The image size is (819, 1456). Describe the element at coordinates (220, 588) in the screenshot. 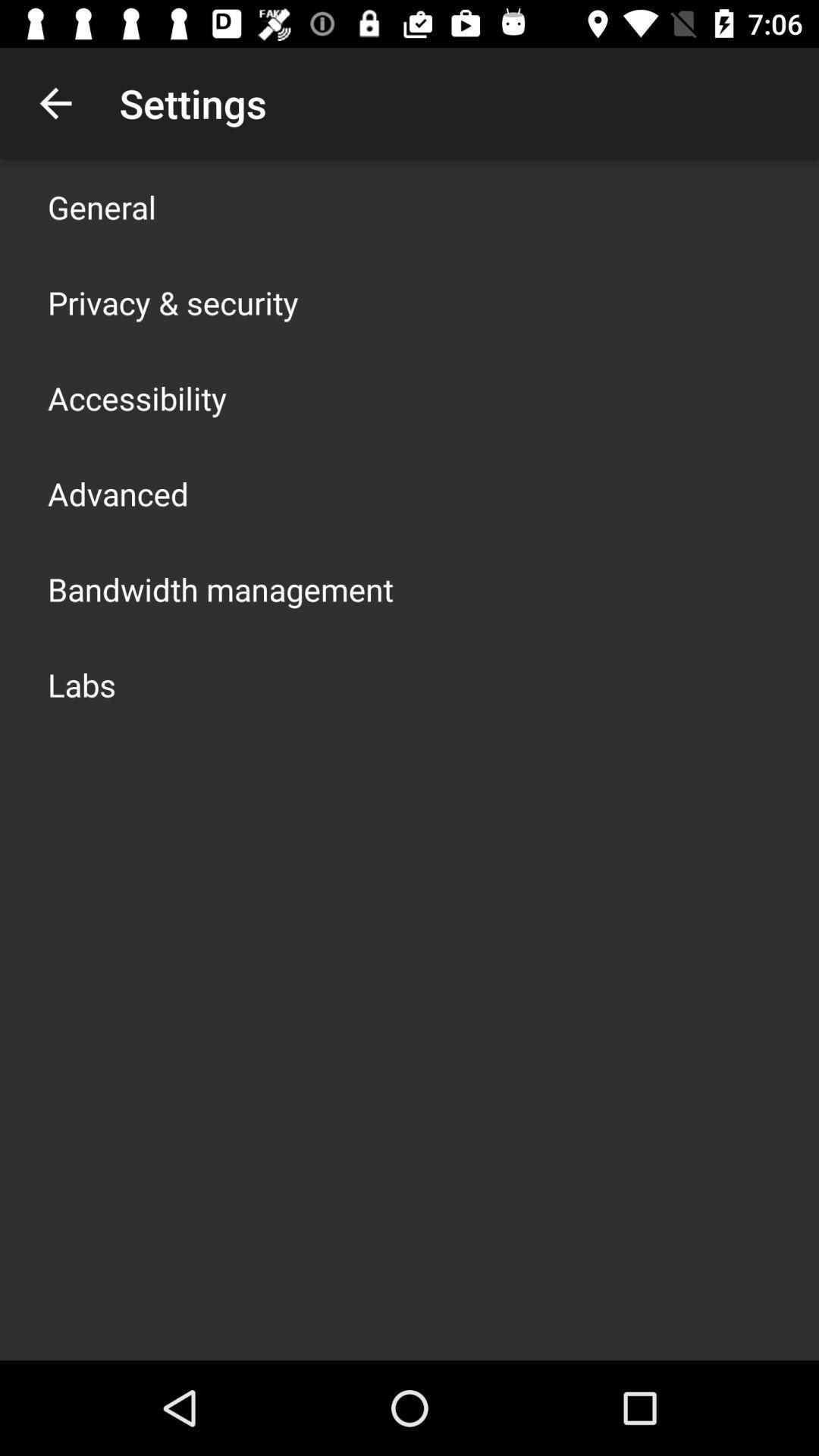

I see `bandwidth management item` at that location.